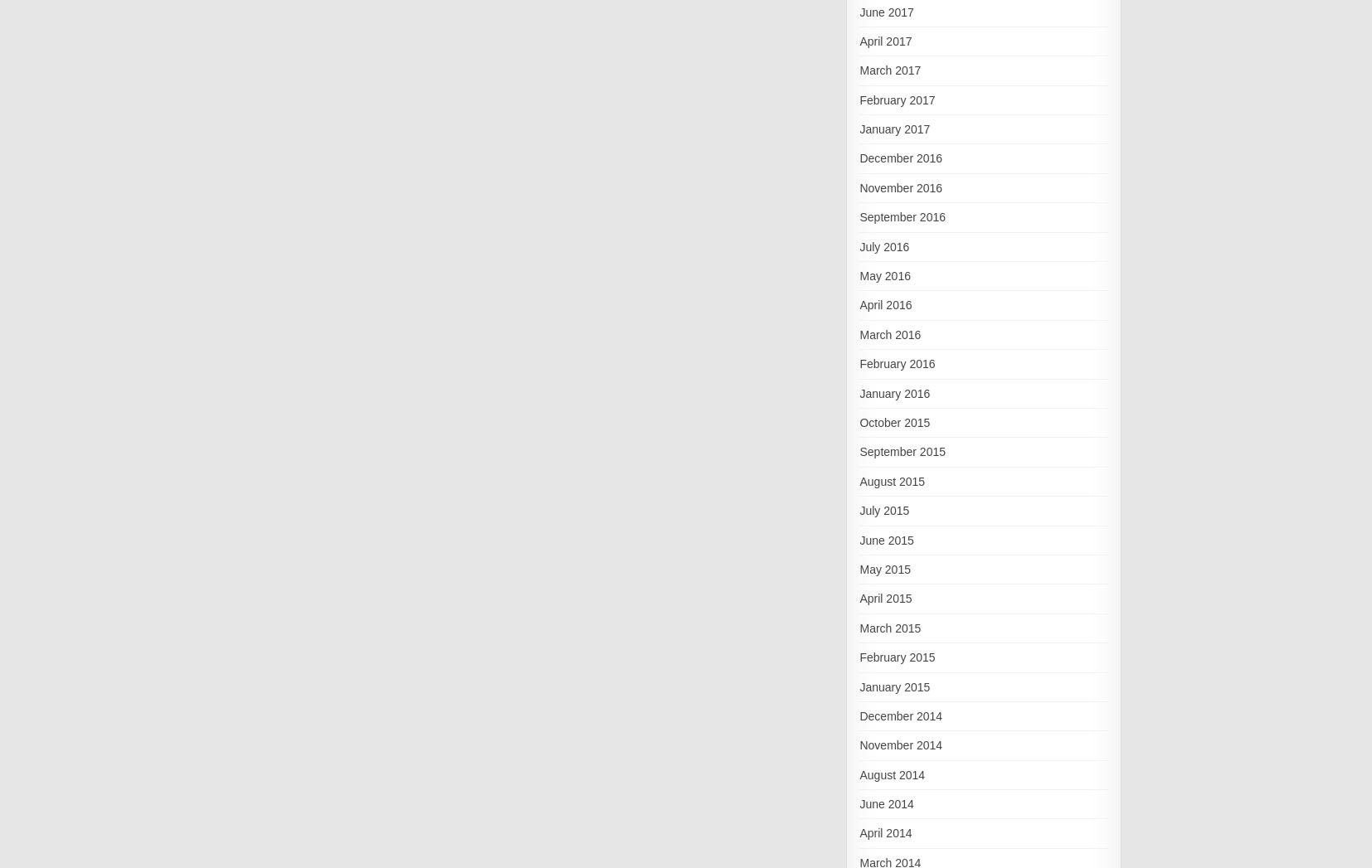  I want to click on 'September 2015', so click(859, 451).